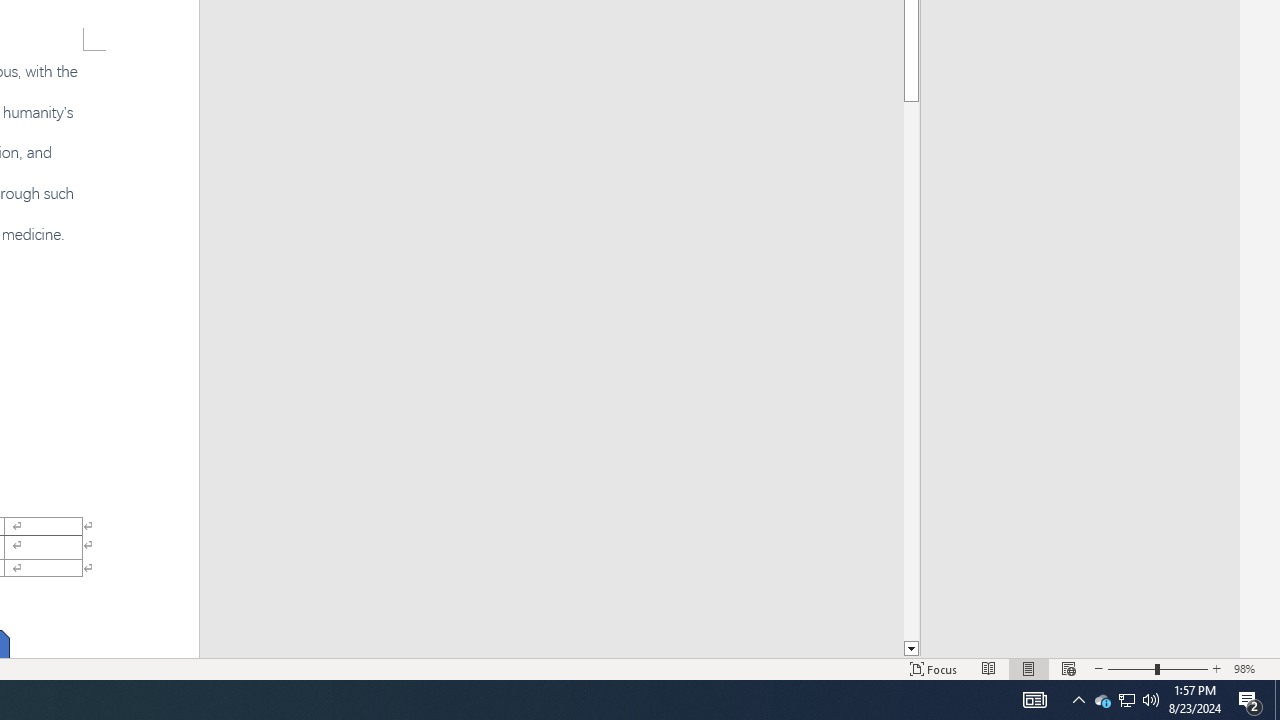  What do you see at coordinates (1216, 669) in the screenshot?
I see `'Zoom In'` at bounding box center [1216, 669].